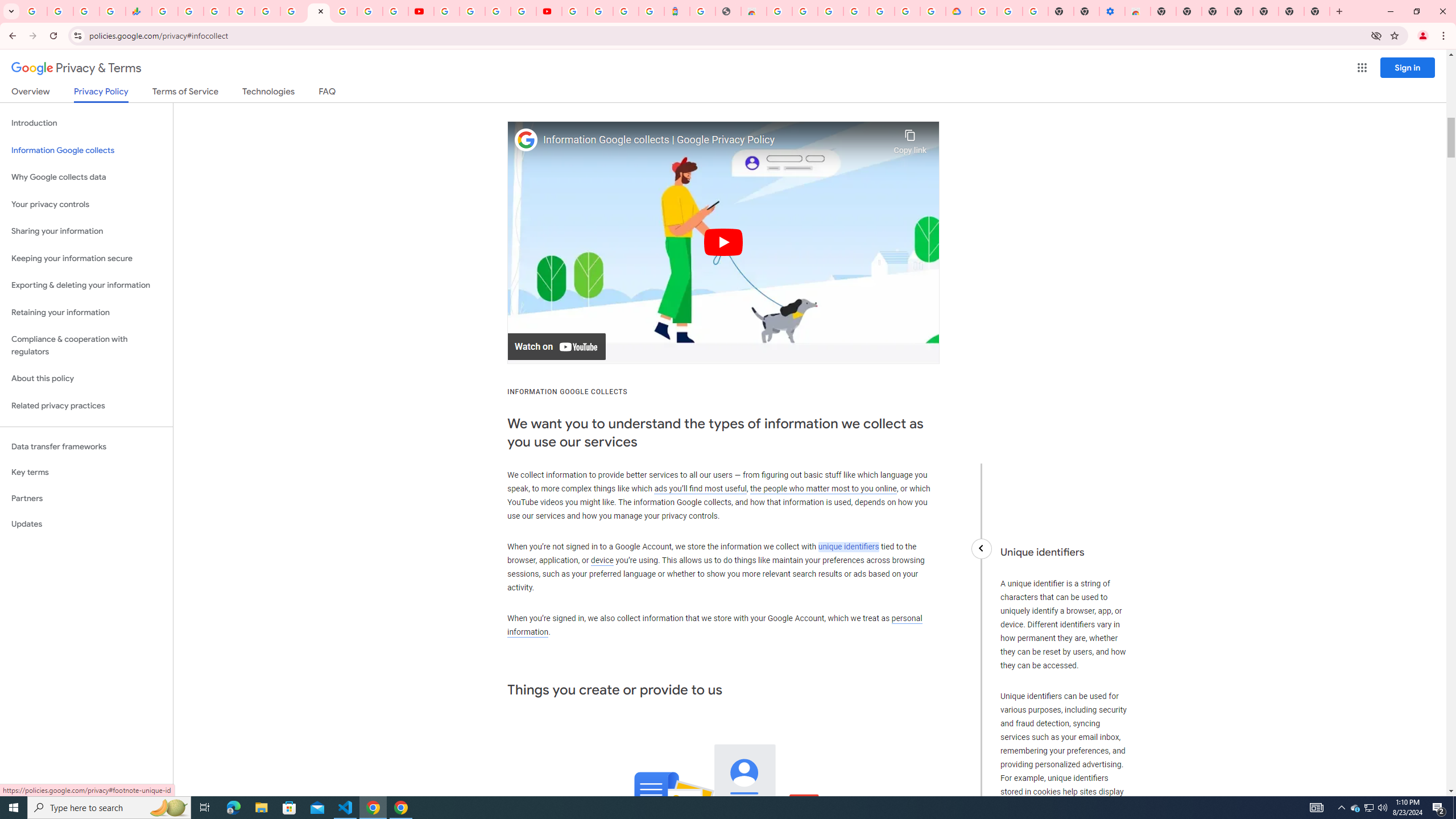  I want to click on 'Privacy Checkup', so click(395, 11).